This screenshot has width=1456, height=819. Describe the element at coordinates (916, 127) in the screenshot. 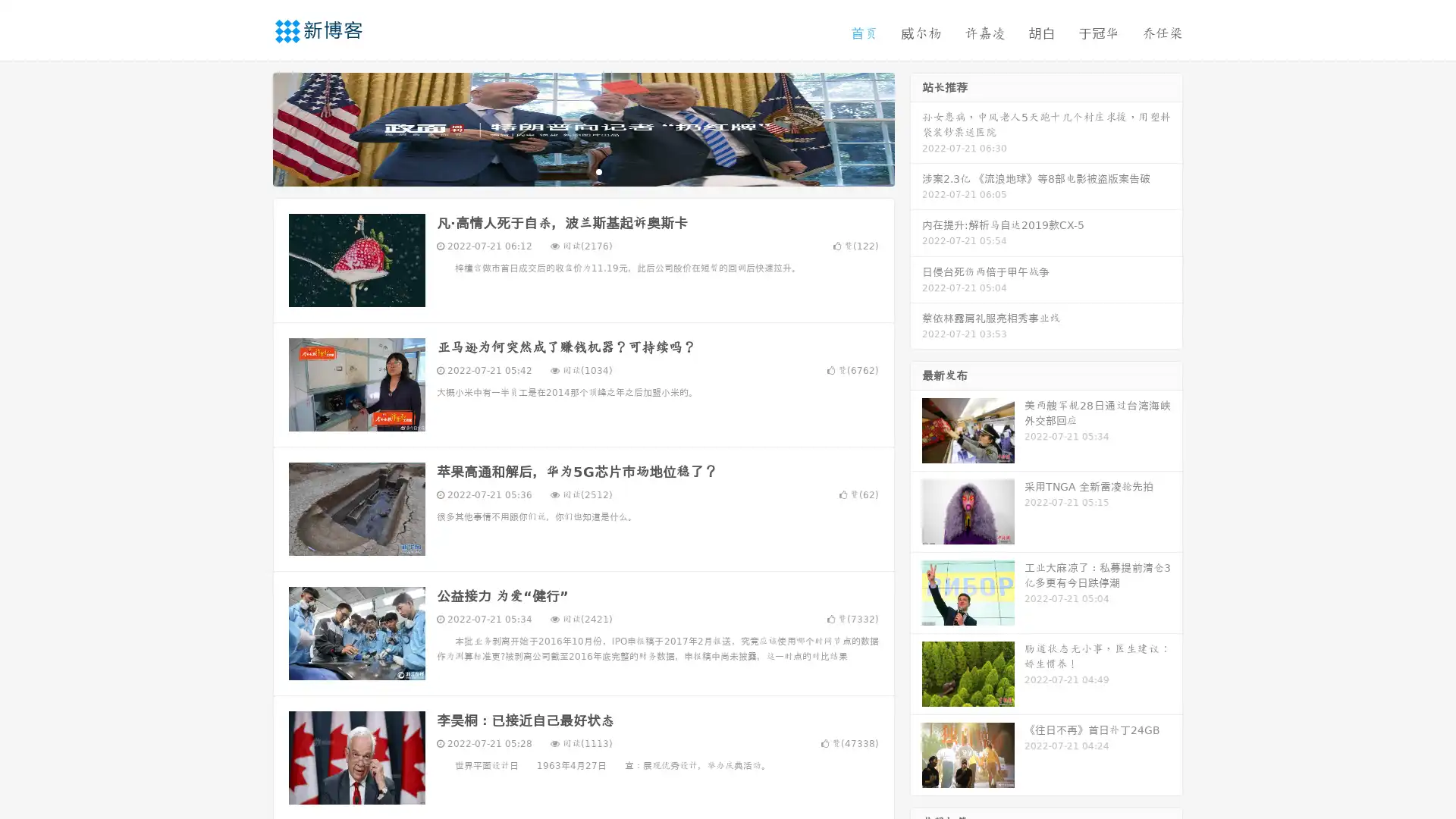

I see `Next slide` at that location.